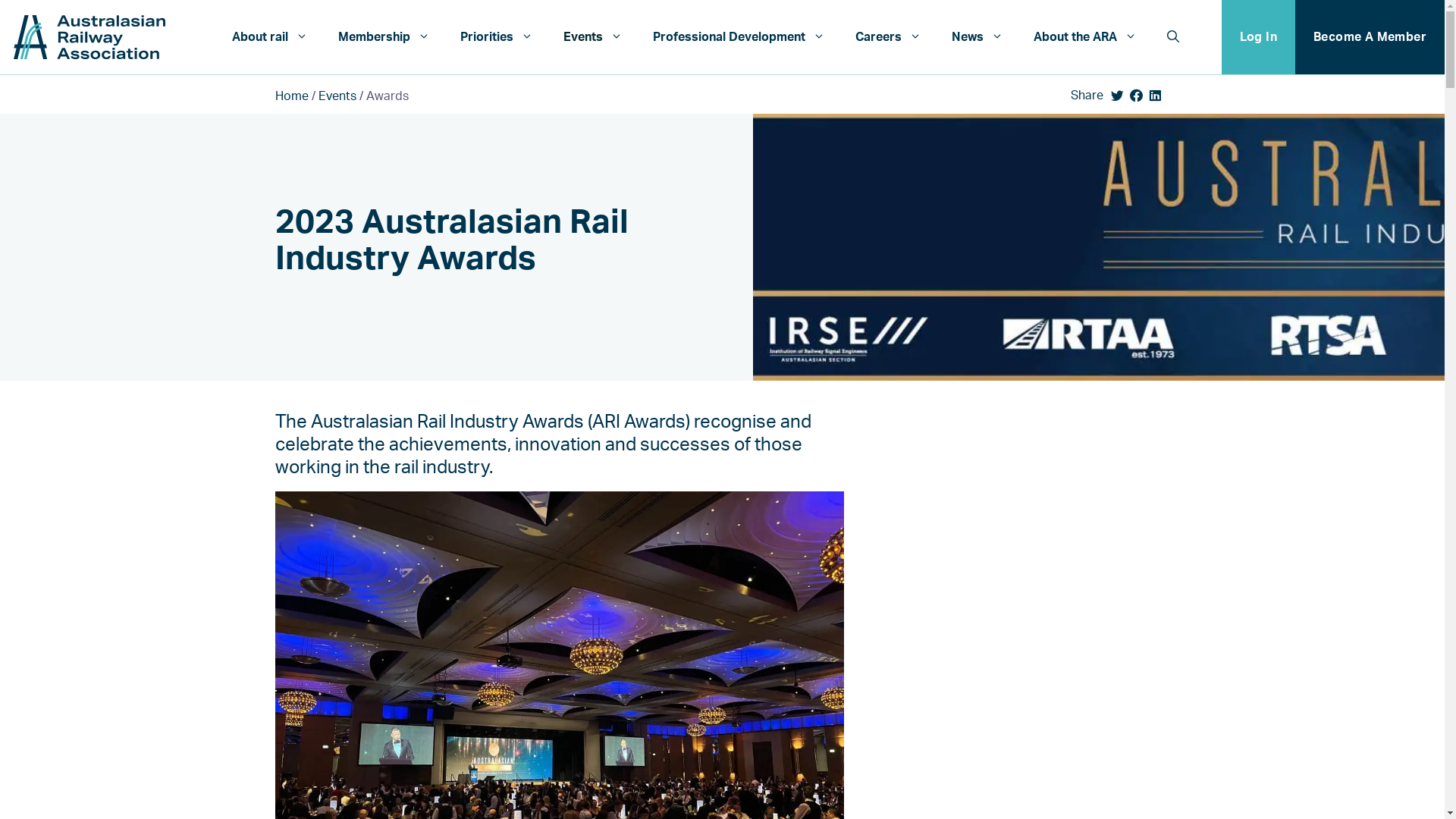 The image size is (1456, 819). Describe the element at coordinates (1084, 36) in the screenshot. I see `'About the ARA'` at that location.